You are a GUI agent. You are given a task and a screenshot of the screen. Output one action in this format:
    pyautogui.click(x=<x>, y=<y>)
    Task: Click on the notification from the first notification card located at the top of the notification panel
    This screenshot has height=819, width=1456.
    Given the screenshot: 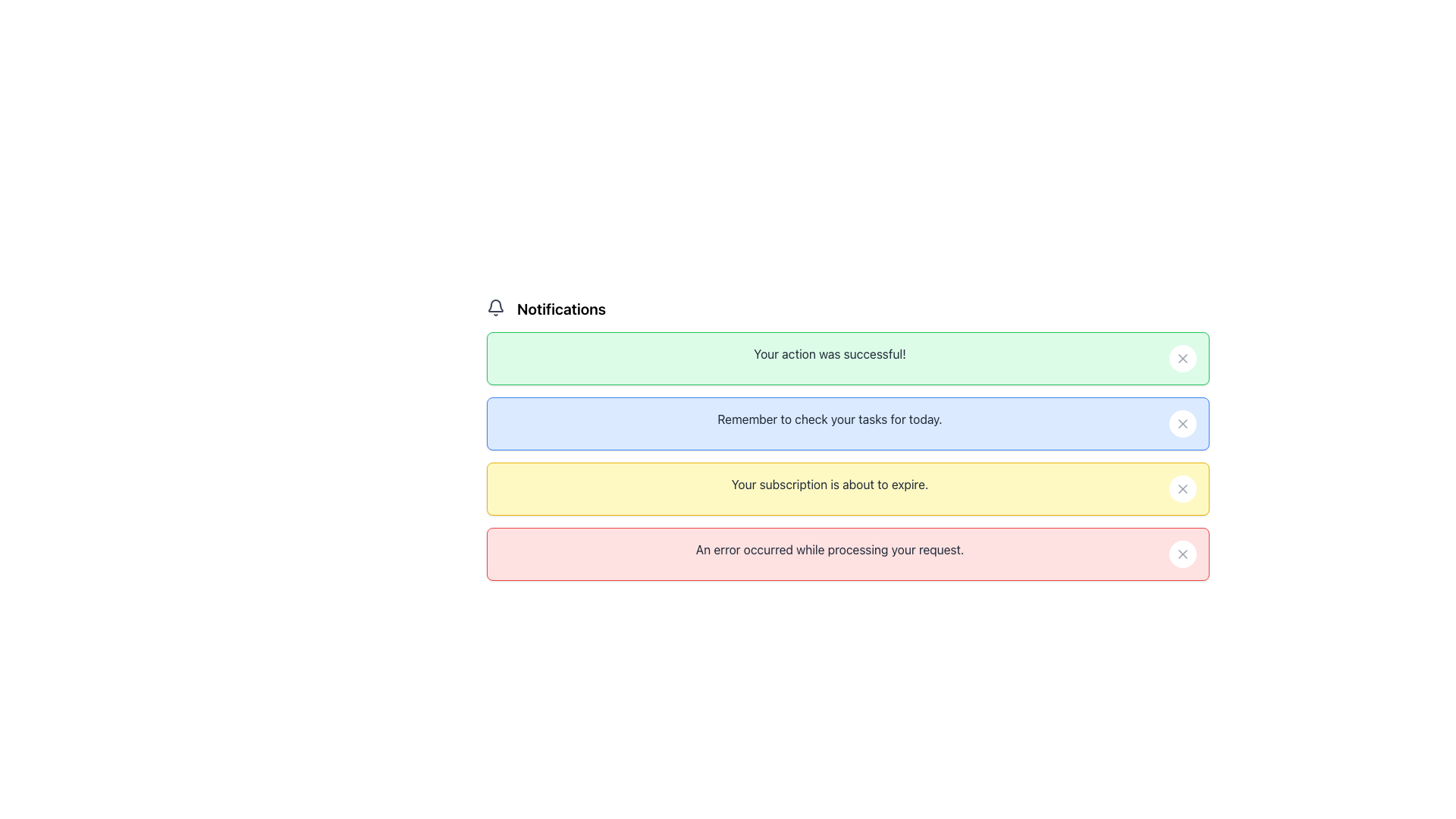 What is the action you would take?
    pyautogui.click(x=847, y=359)
    